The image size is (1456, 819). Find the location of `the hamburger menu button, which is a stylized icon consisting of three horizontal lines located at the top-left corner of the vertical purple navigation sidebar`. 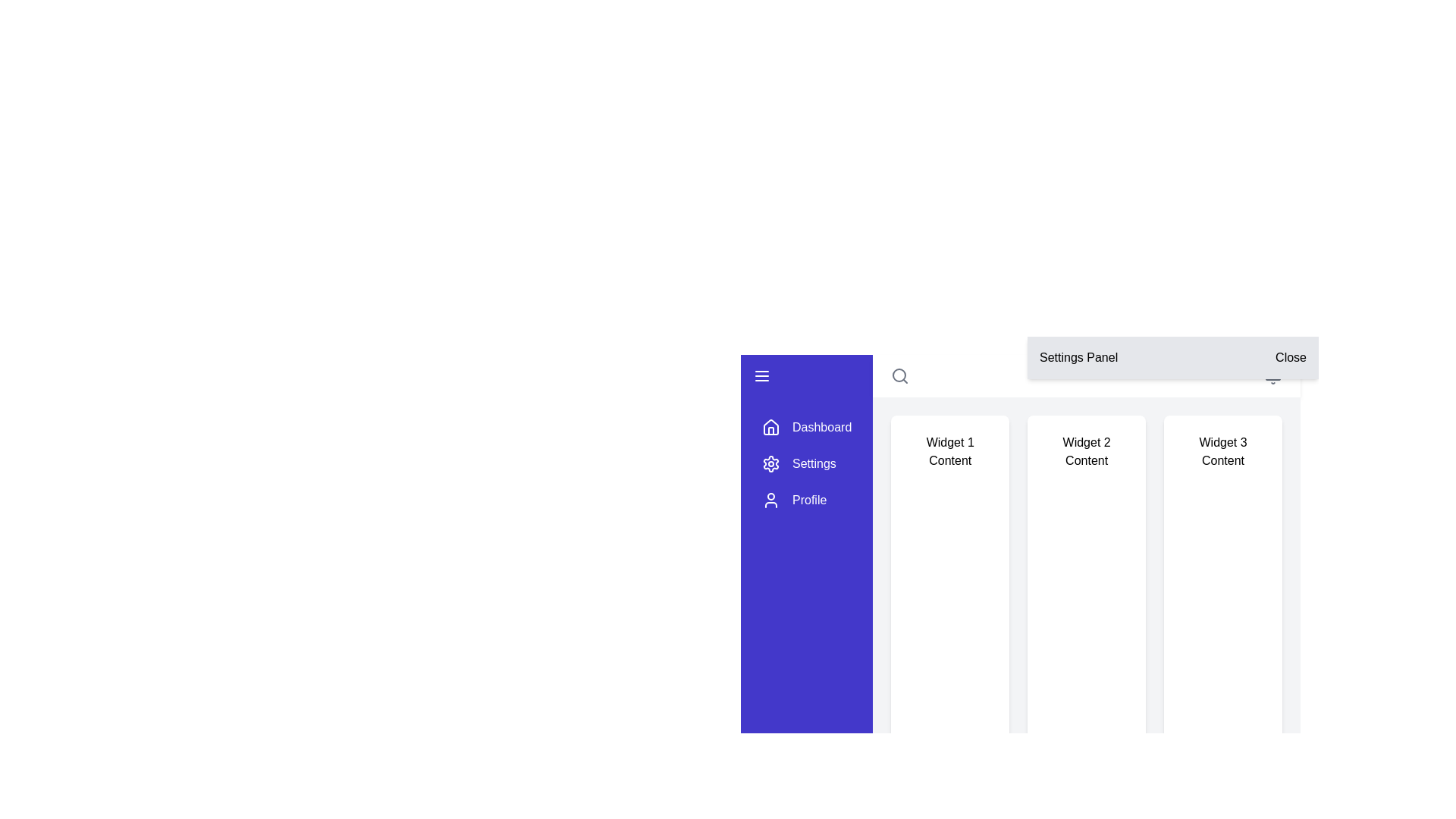

the hamburger menu button, which is a stylized icon consisting of three horizontal lines located at the top-left corner of the vertical purple navigation sidebar is located at coordinates (761, 375).